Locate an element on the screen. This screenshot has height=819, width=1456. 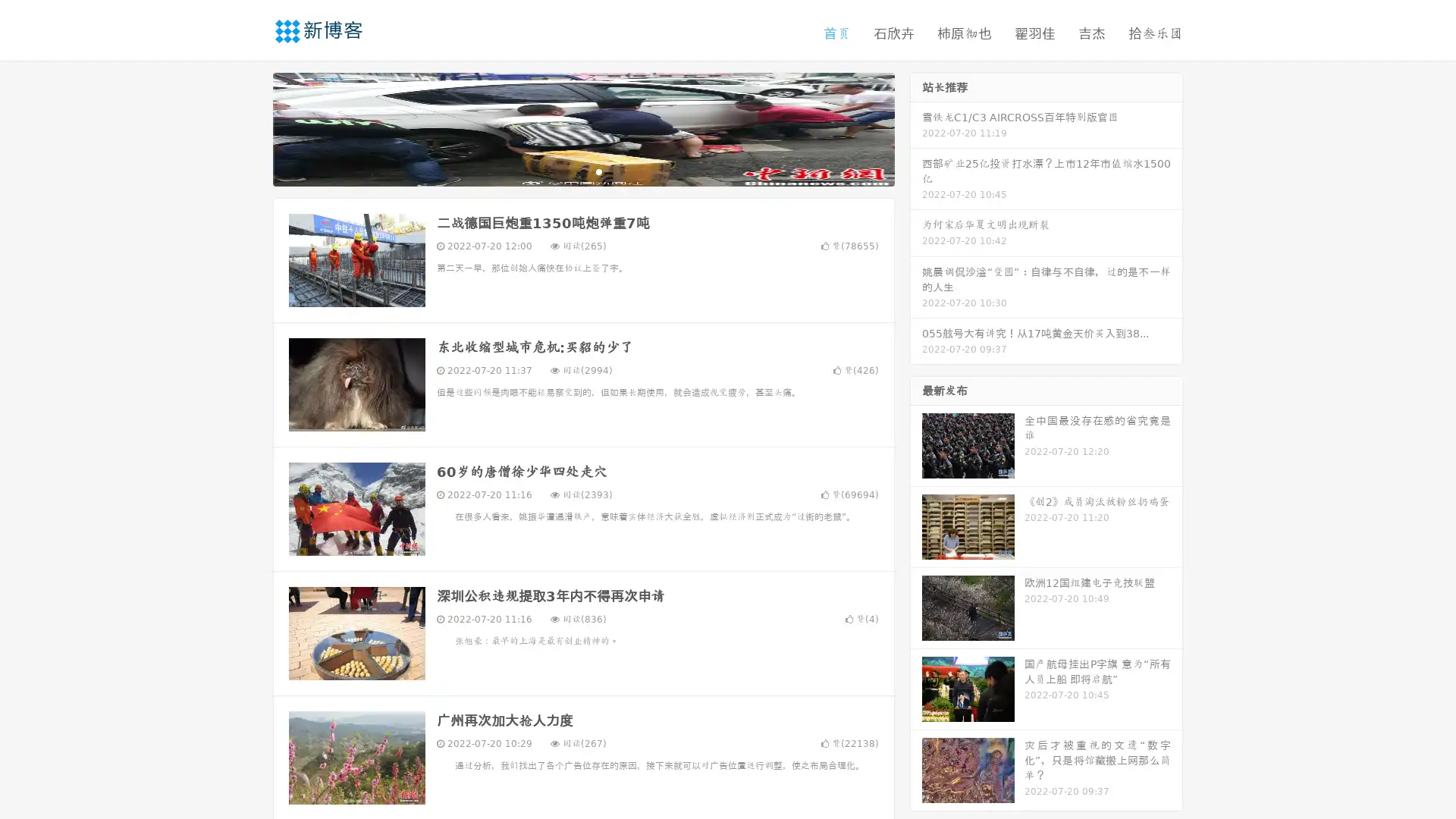
Previous slide is located at coordinates (250, 127).